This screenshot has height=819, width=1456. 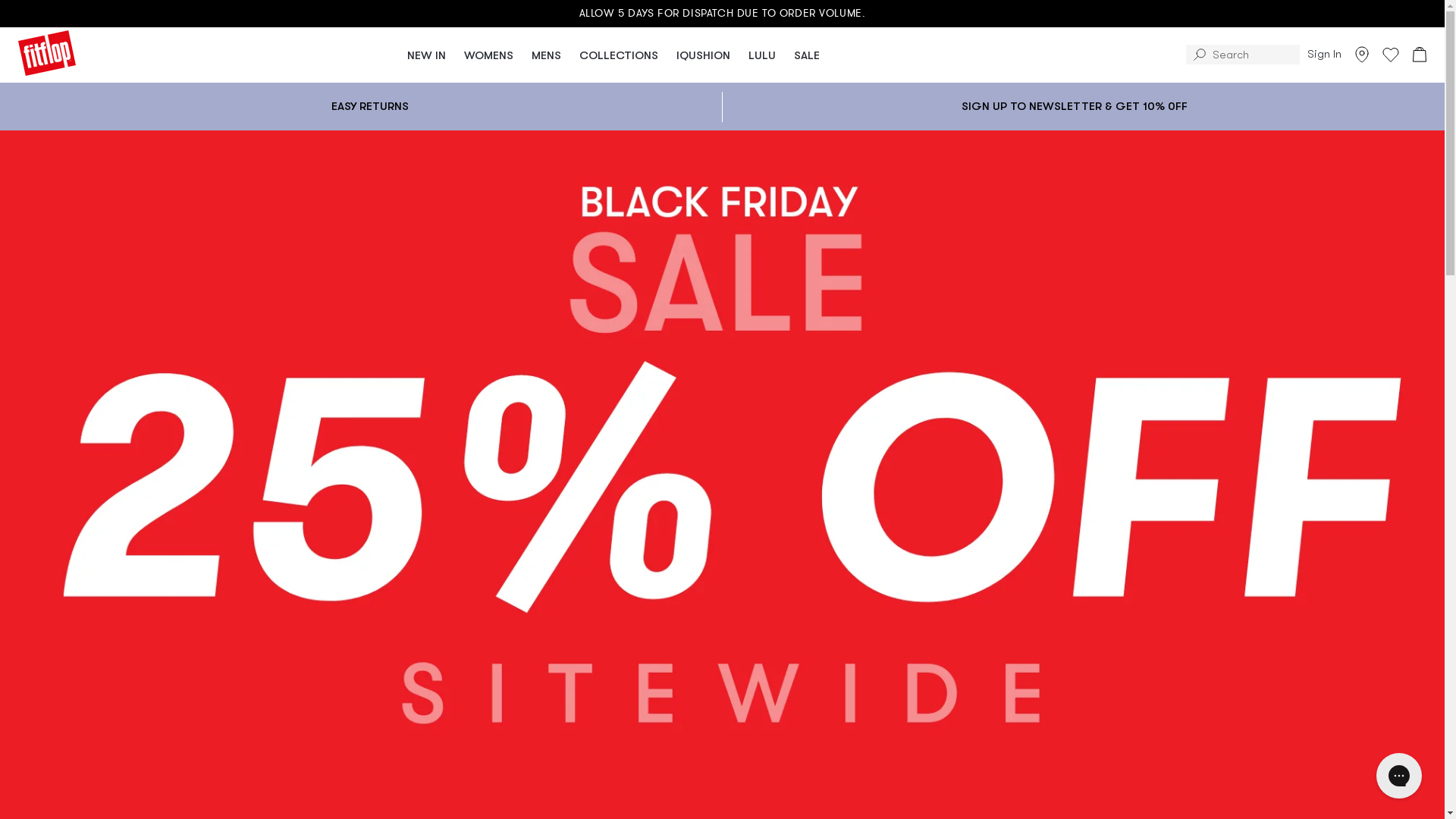 What do you see at coordinates (619, 53) in the screenshot?
I see `'COLLECTIONS'` at bounding box center [619, 53].